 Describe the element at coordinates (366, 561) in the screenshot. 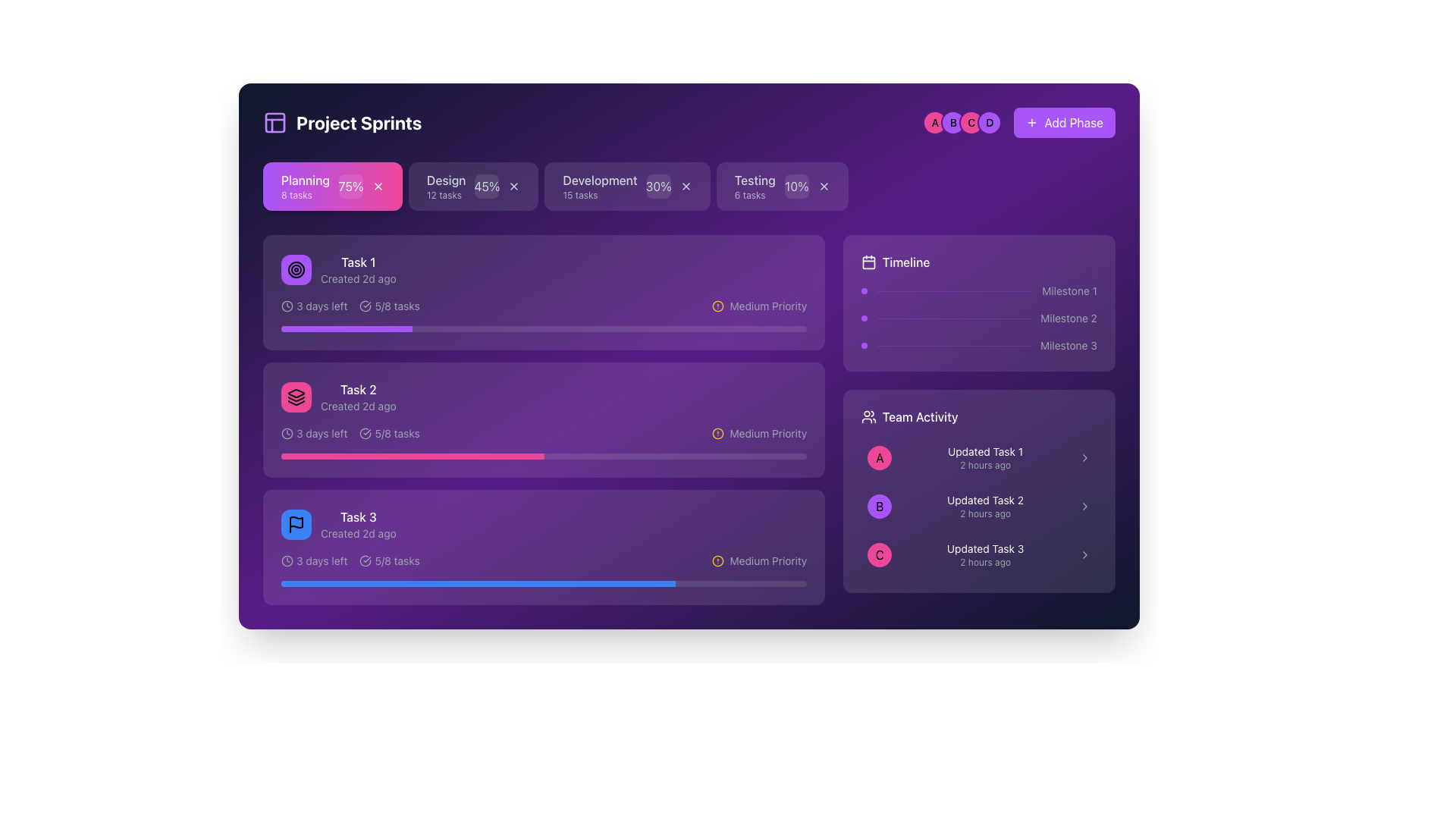

I see `the status icon indicating the completion of tasks in 'Task 3' card, positioned next to '5/8 tasks'` at that location.